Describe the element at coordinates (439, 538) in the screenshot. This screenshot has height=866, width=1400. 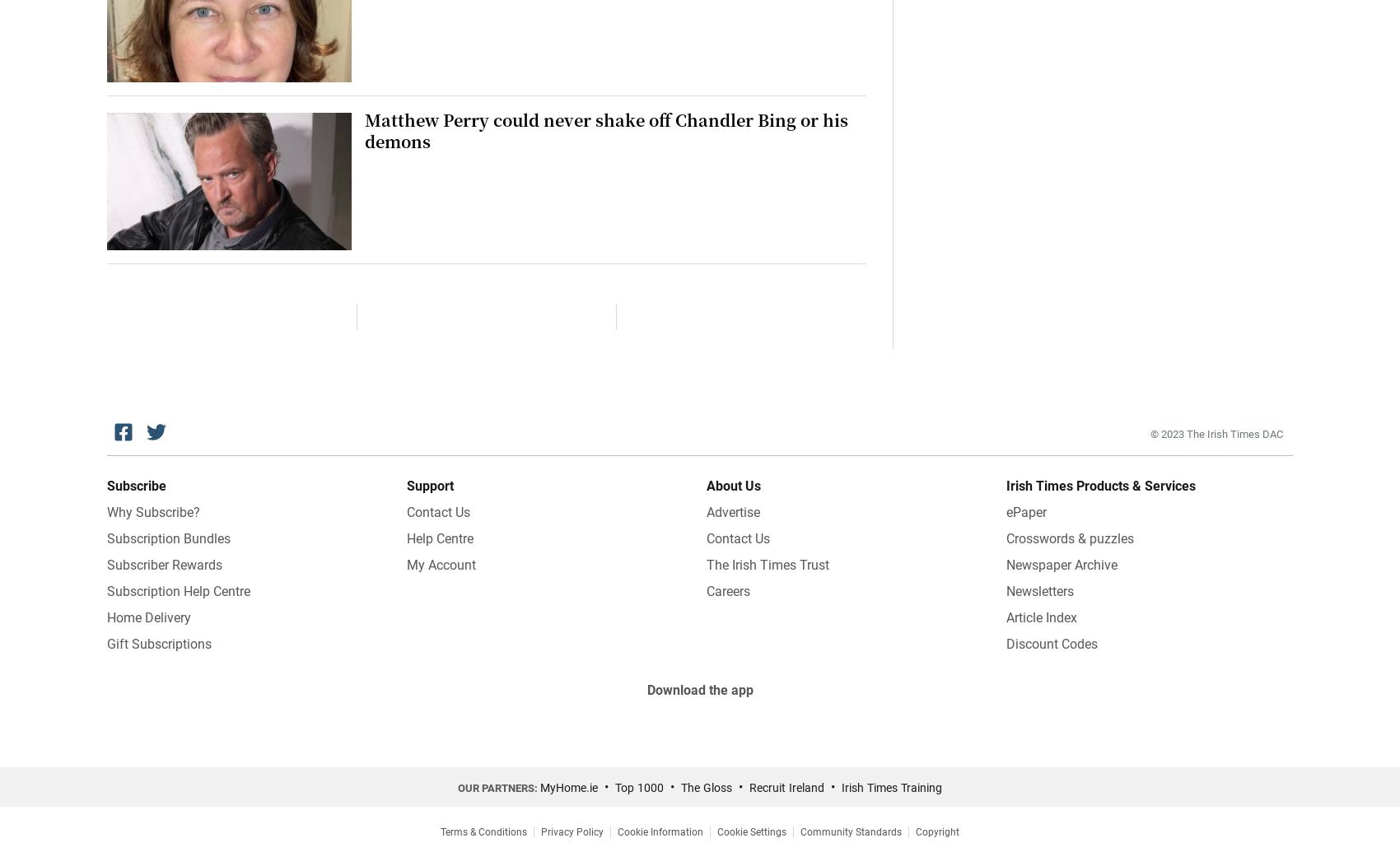
I see `'Help Centre'` at that location.